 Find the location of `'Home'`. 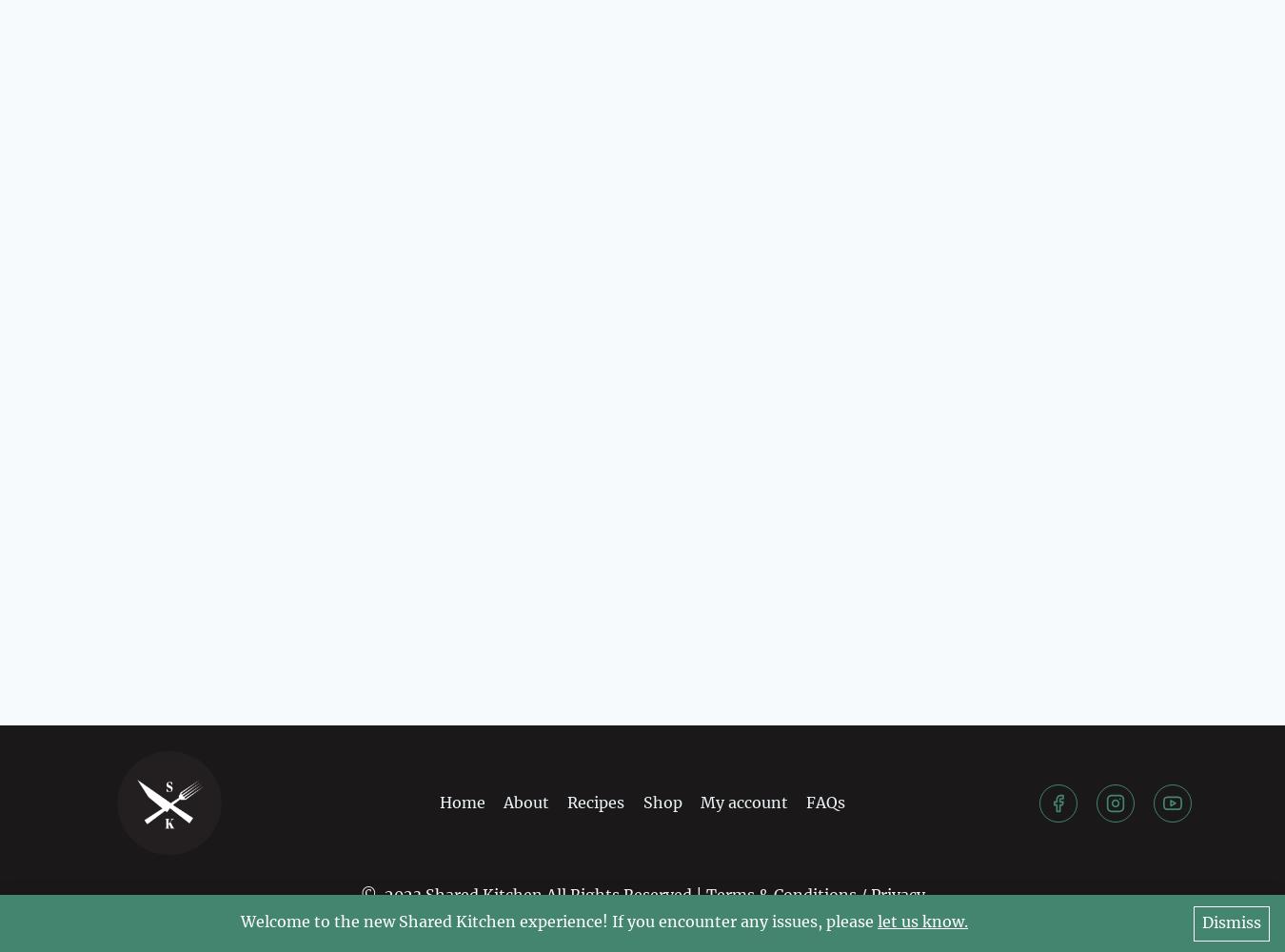

'Home' is located at coordinates (462, 801).